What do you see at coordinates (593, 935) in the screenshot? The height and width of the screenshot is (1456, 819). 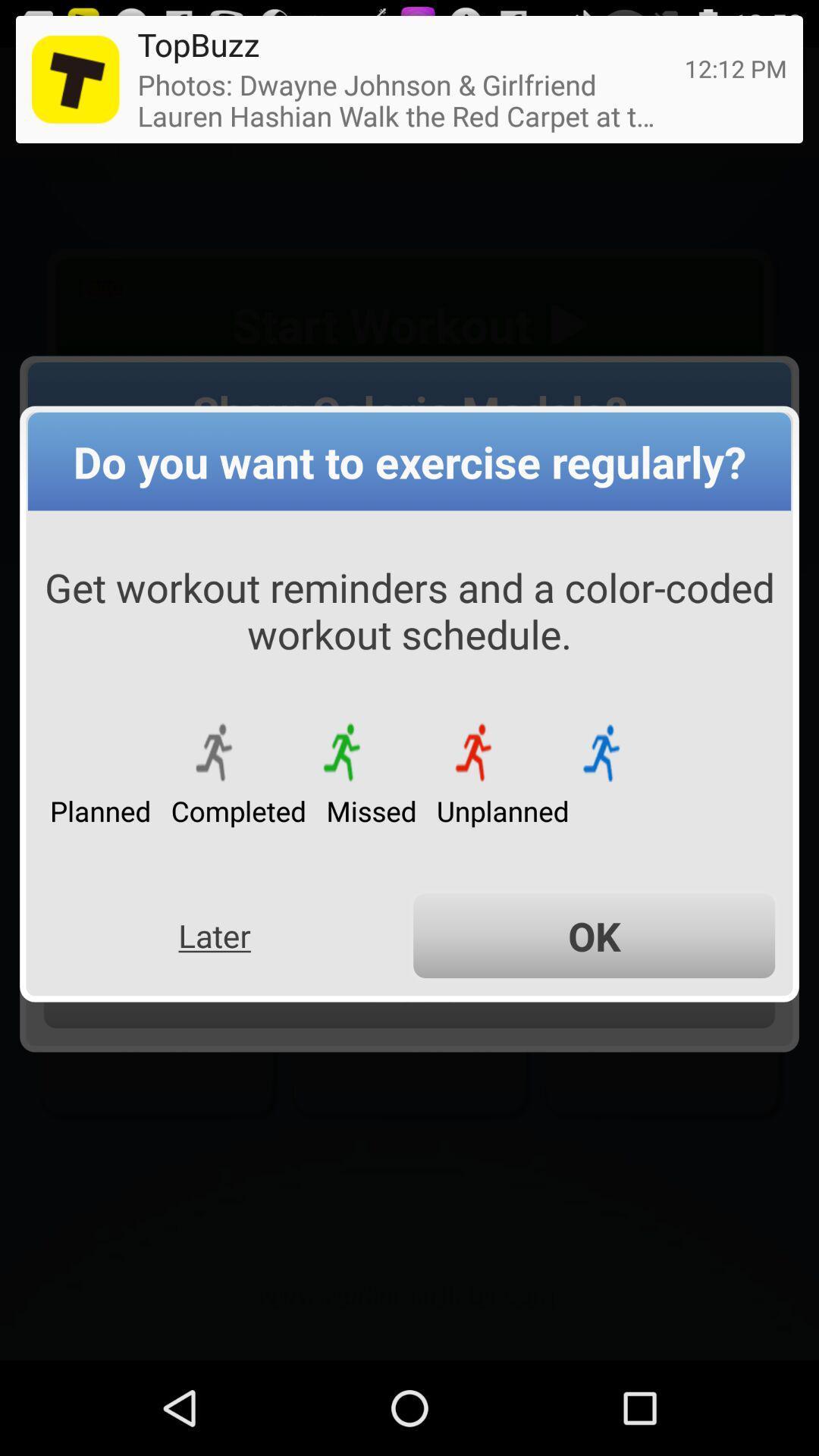 I see `item on the right` at bounding box center [593, 935].